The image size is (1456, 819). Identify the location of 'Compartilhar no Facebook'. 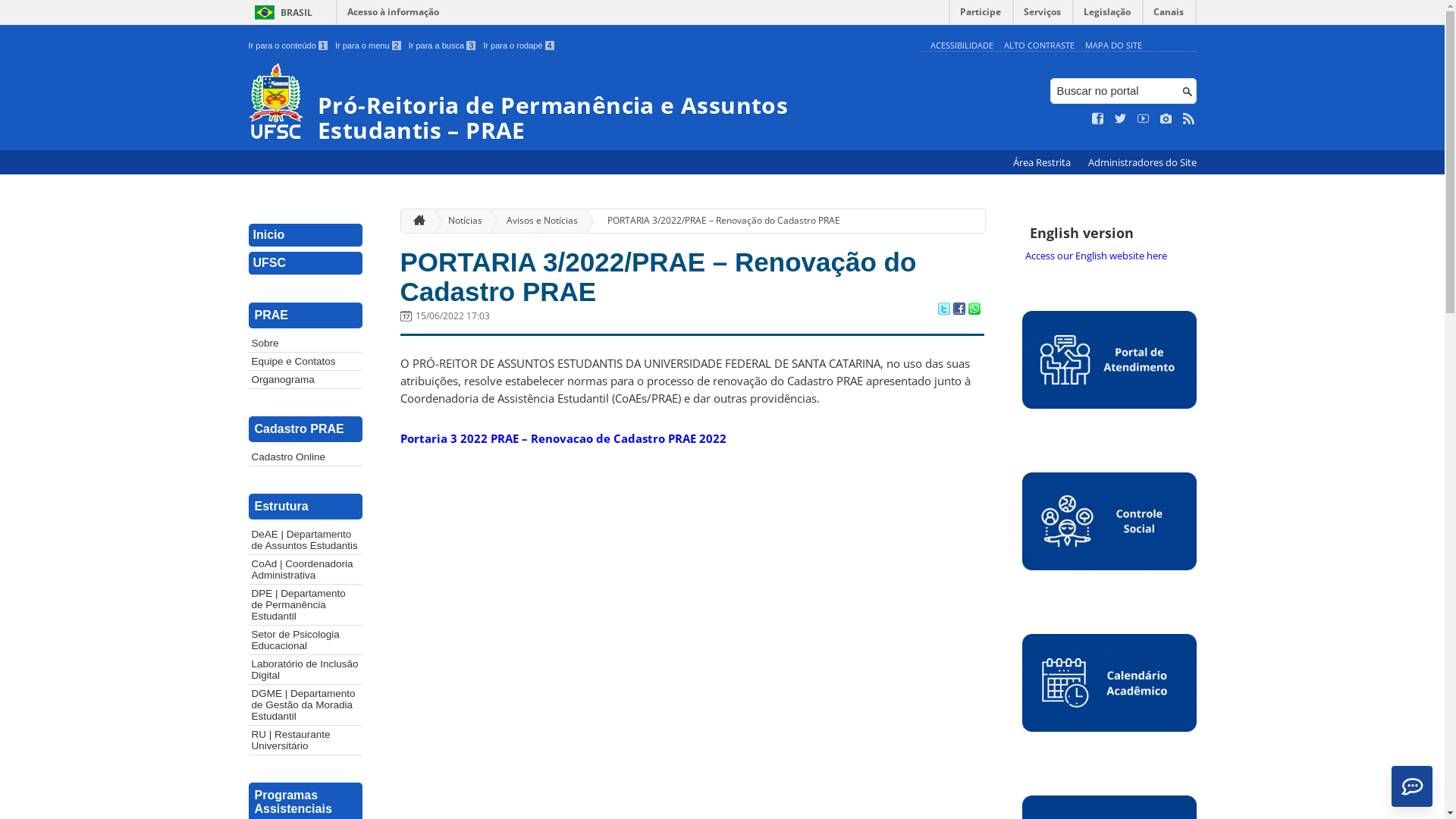
(952, 309).